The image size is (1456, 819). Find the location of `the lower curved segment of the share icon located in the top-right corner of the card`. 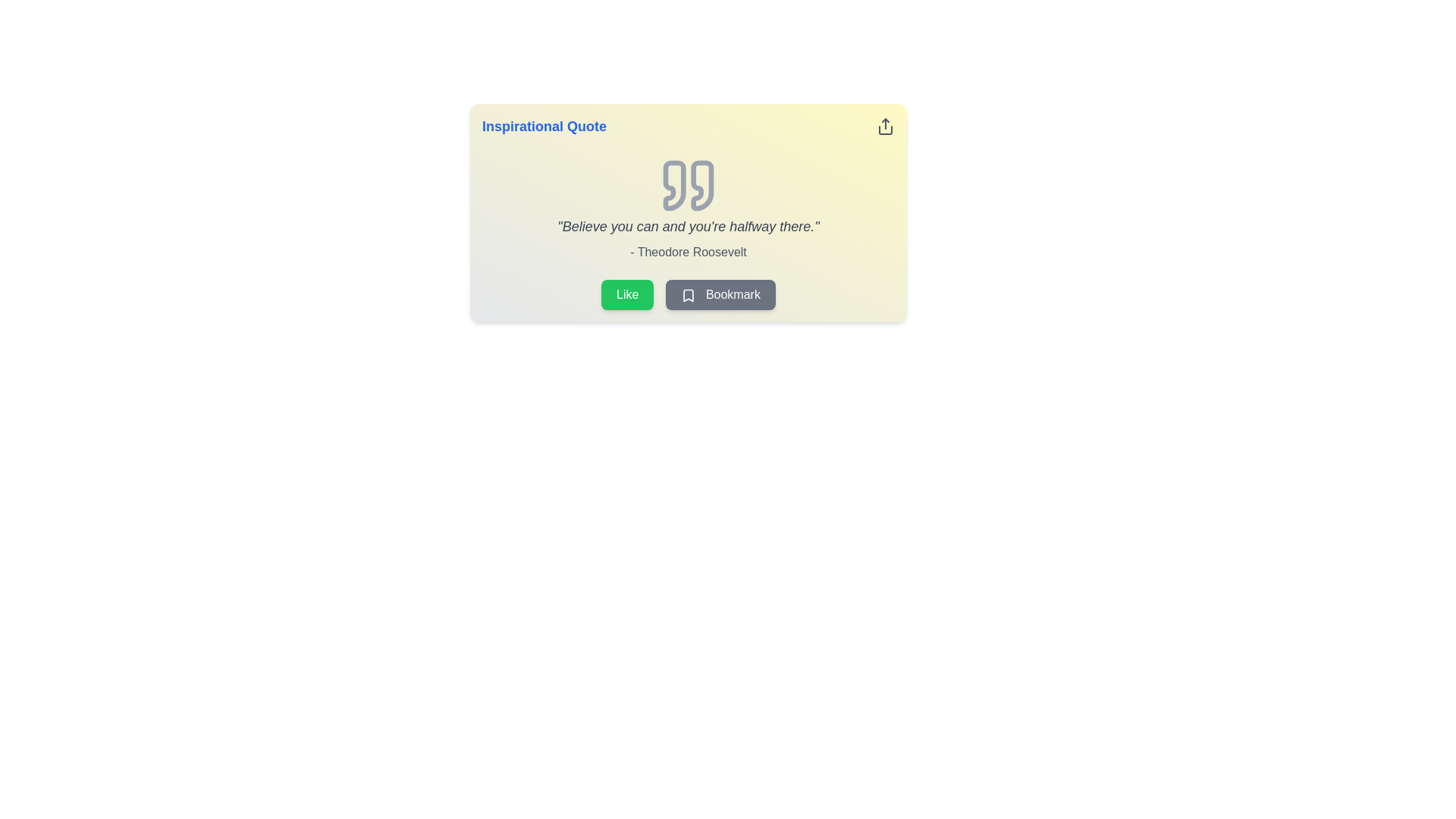

the lower curved segment of the share icon located in the top-right corner of the card is located at coordinates (885, 130).